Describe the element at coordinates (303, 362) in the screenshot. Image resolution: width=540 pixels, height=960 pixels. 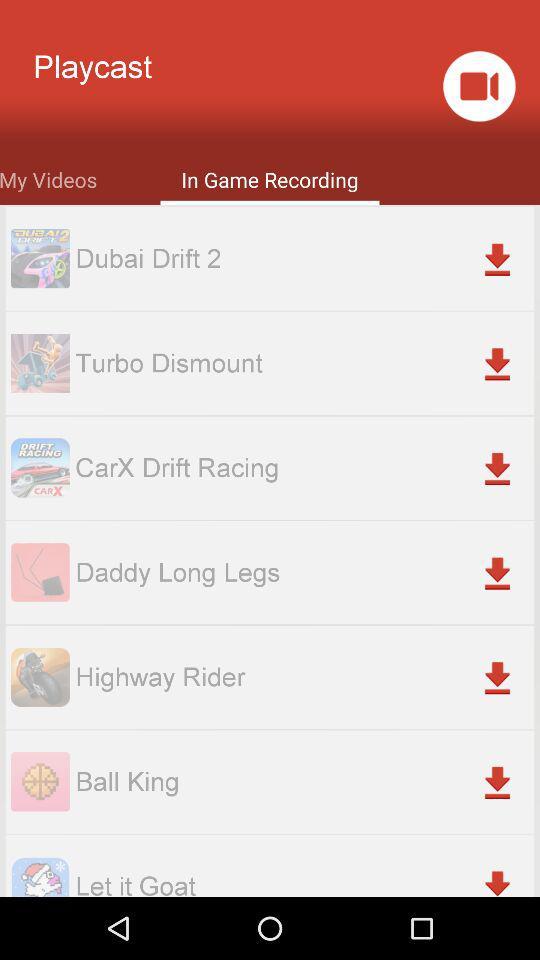
I see `turbo dismount item` at that location.